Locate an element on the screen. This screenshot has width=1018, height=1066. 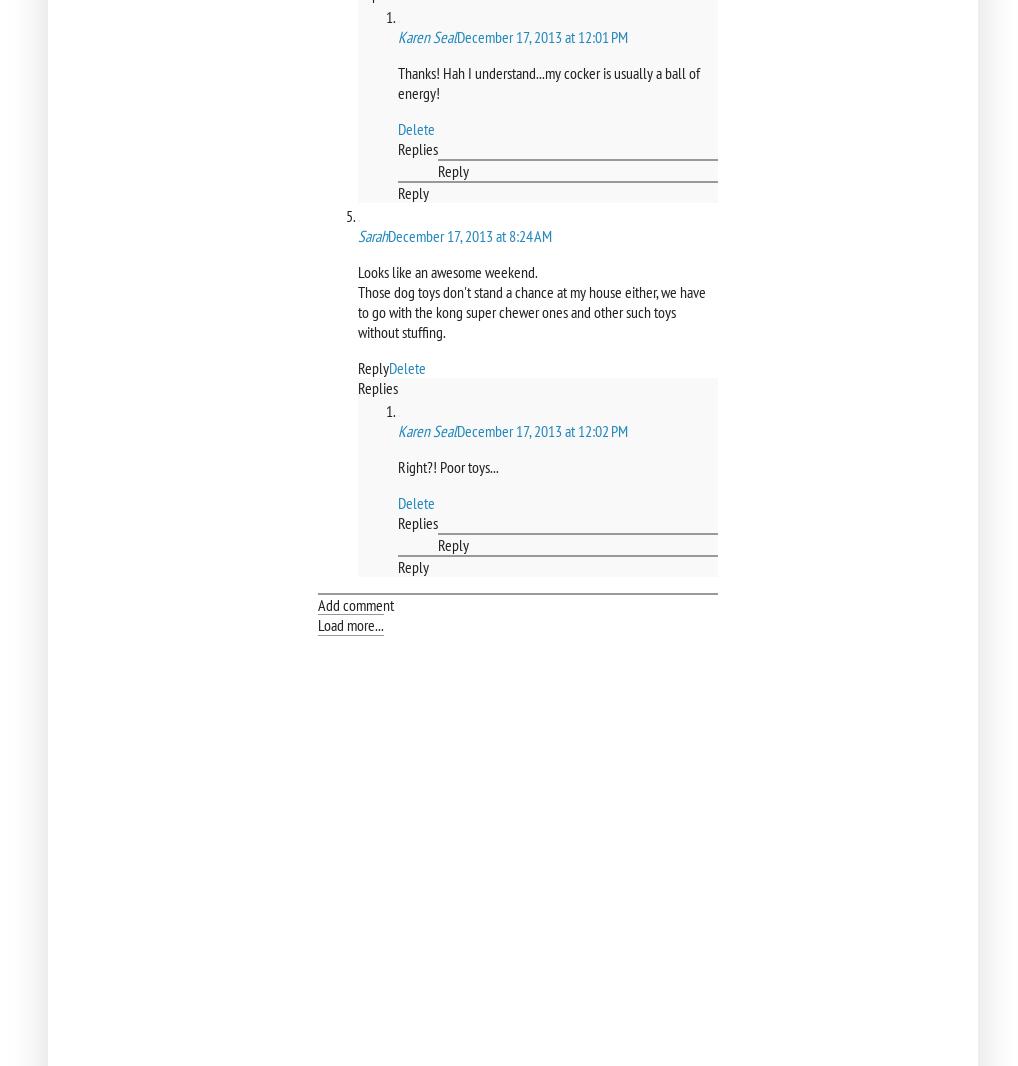
'December 17, 2013 at 12:02 PM' is located at coordinates (541, 430).